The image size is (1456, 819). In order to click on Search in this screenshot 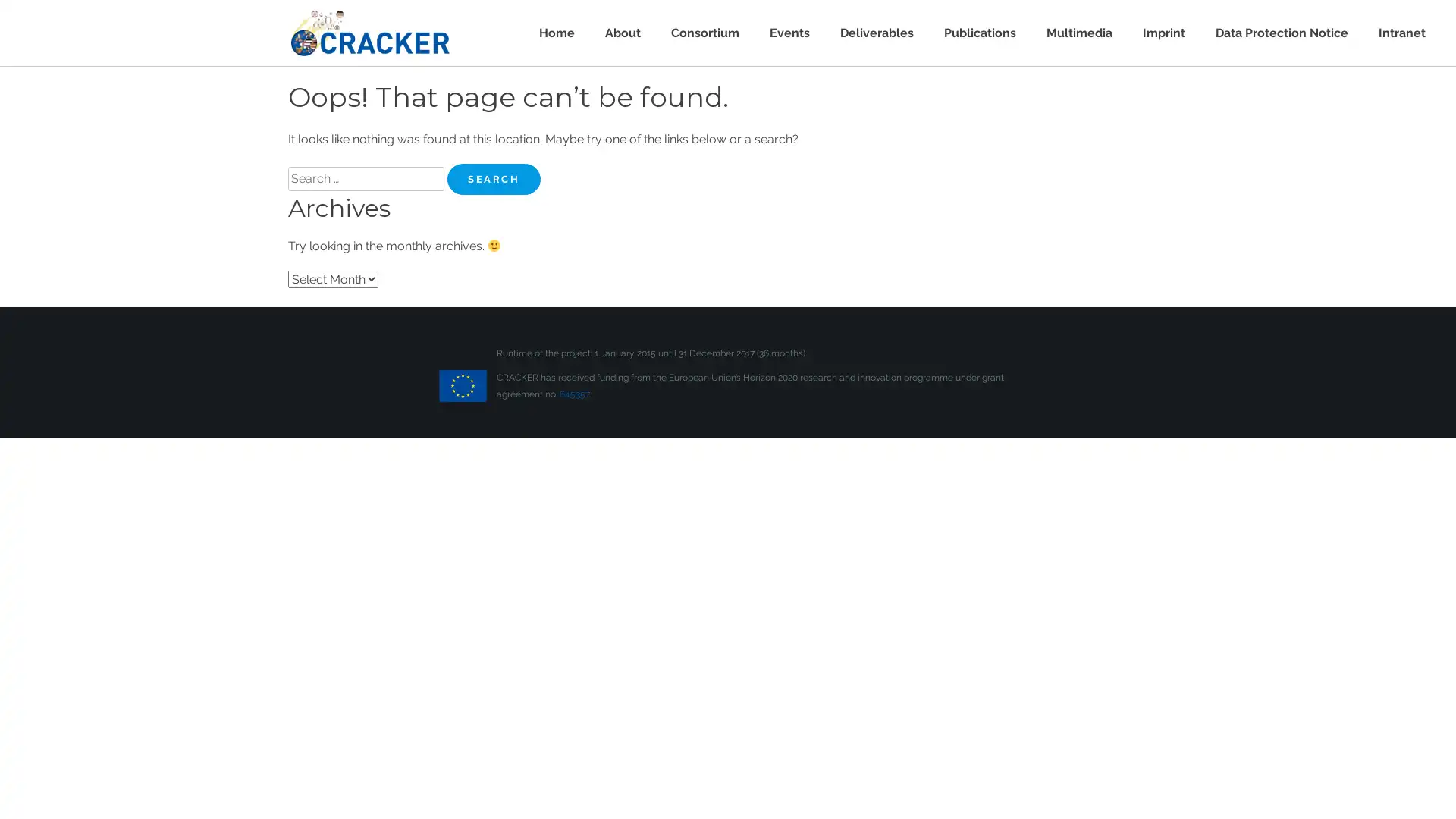, I will do `click(494, 178)`.